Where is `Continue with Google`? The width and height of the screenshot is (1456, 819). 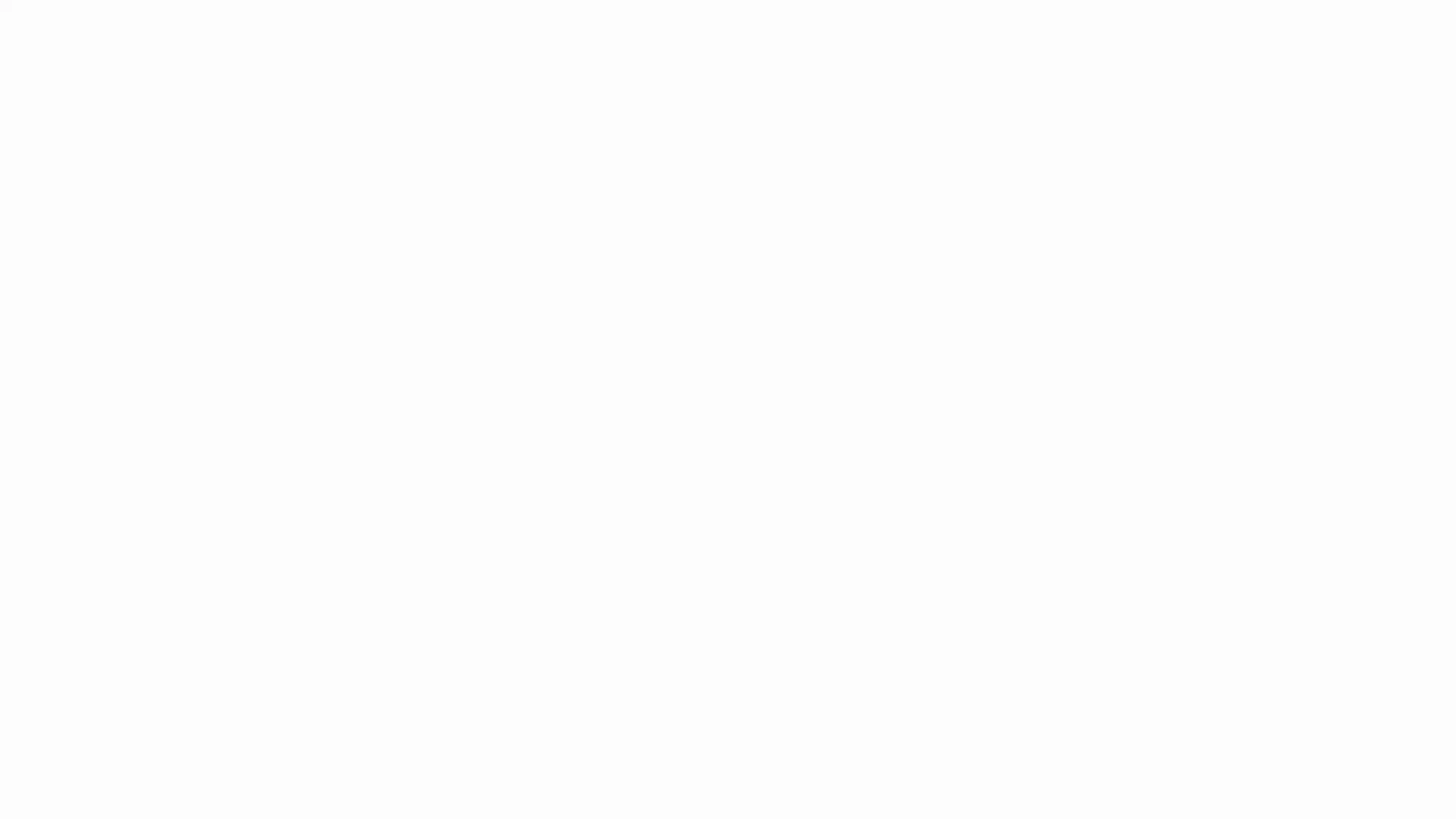 Continue with Google is located at coordinates (905, 270).